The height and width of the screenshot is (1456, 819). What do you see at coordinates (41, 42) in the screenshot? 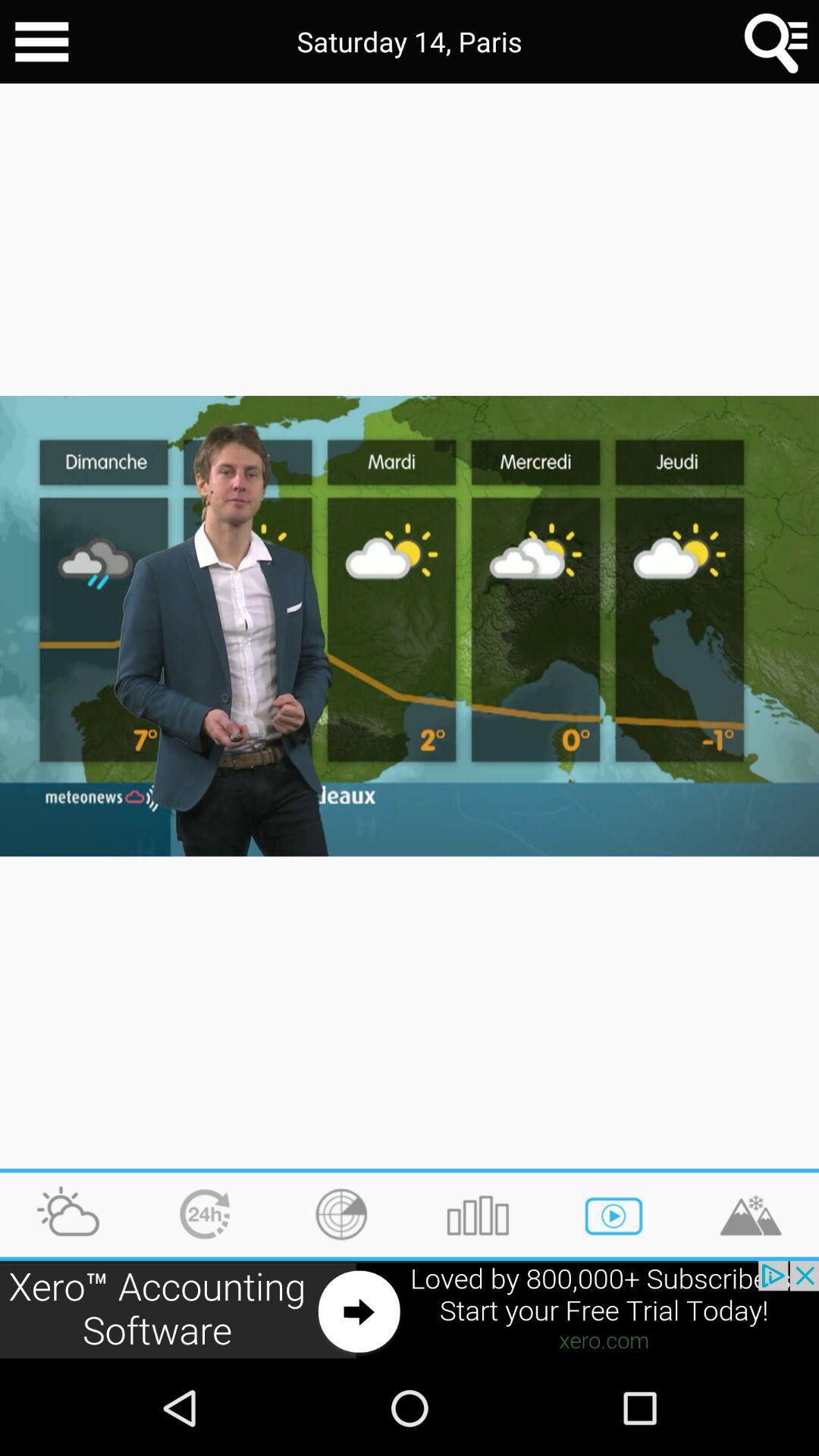
I see `share the articles` at bounding box center [41, 42].